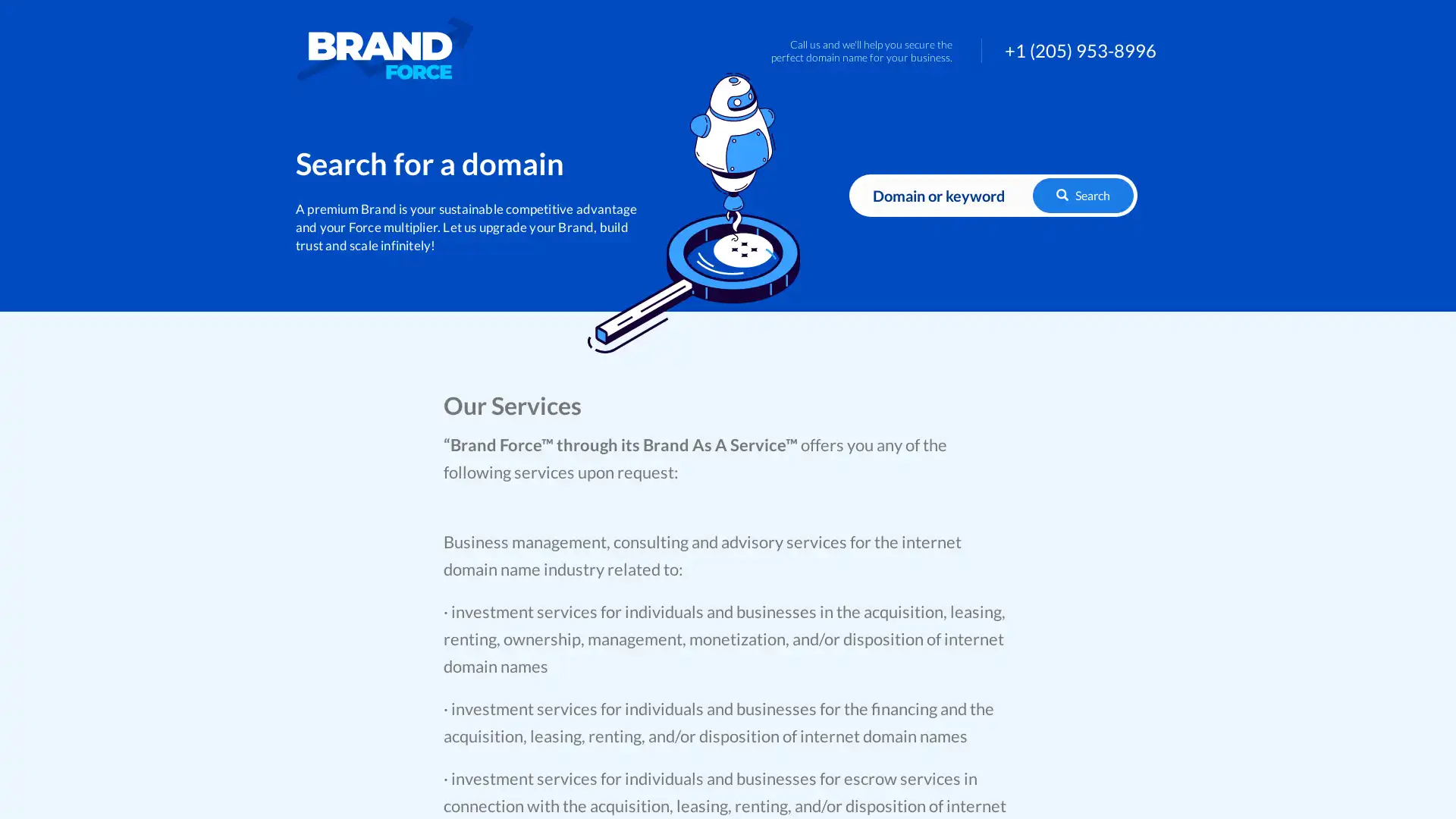  Describe the element at coordinates (1082, 194) in the screenshot. I see `Search` at that location.